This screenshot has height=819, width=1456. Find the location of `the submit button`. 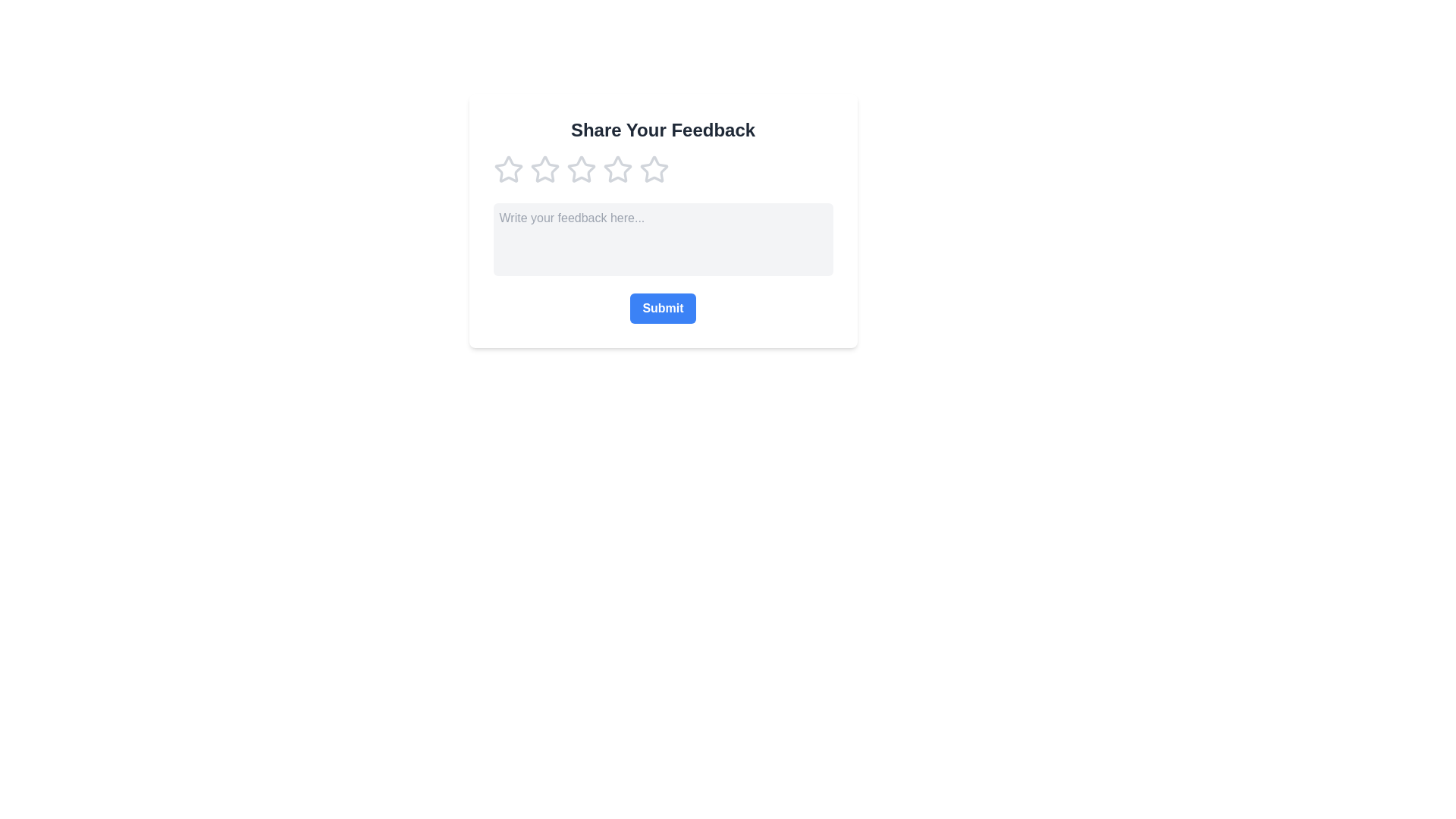

the submit button is located at coordinates (663, 308).